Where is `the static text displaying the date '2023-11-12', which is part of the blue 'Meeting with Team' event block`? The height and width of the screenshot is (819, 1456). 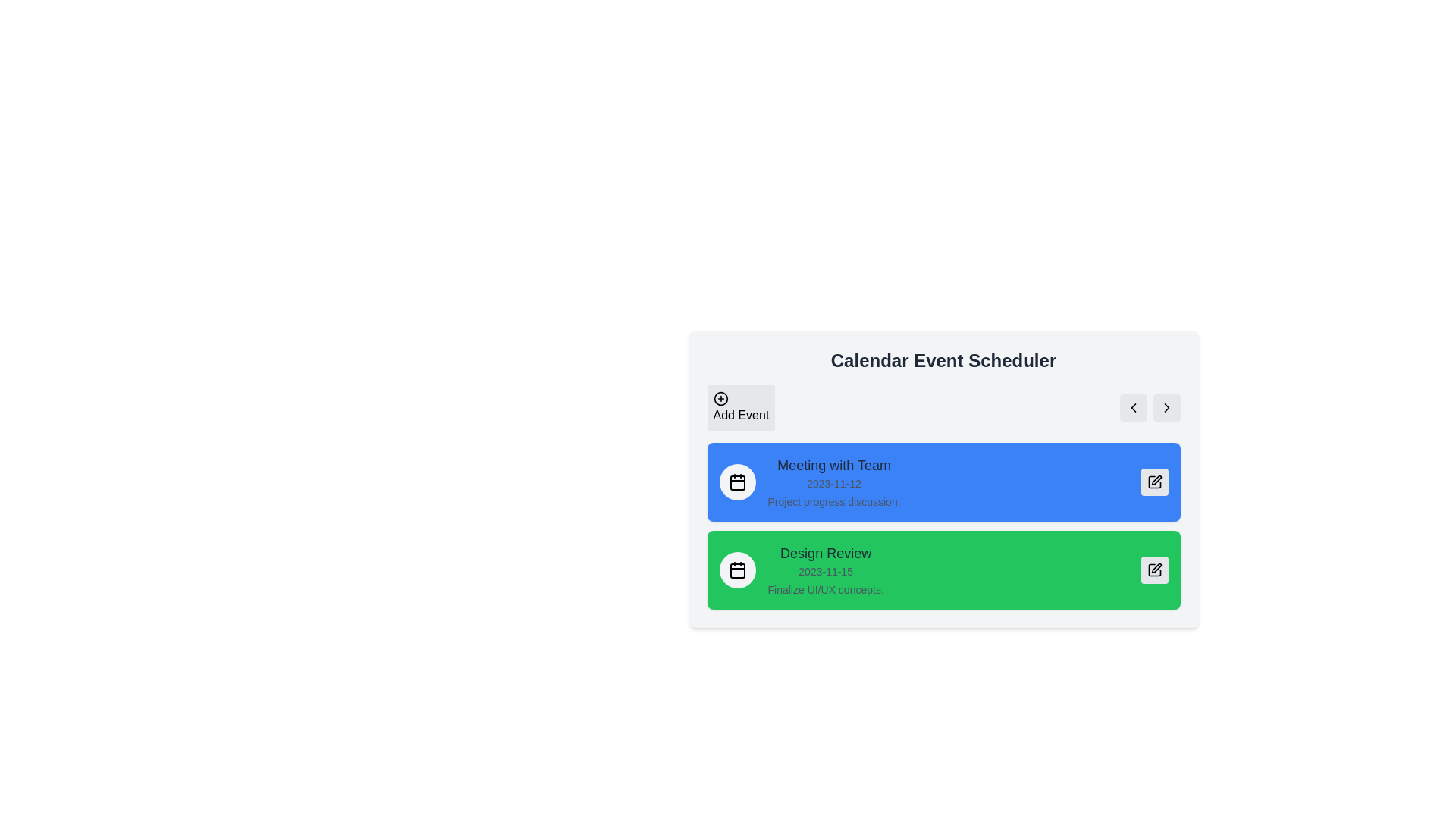
the static text displaying the date '2023-11-12', which is part of the blue 'Meeting with Team' event block is located at coordinates (833, 483).